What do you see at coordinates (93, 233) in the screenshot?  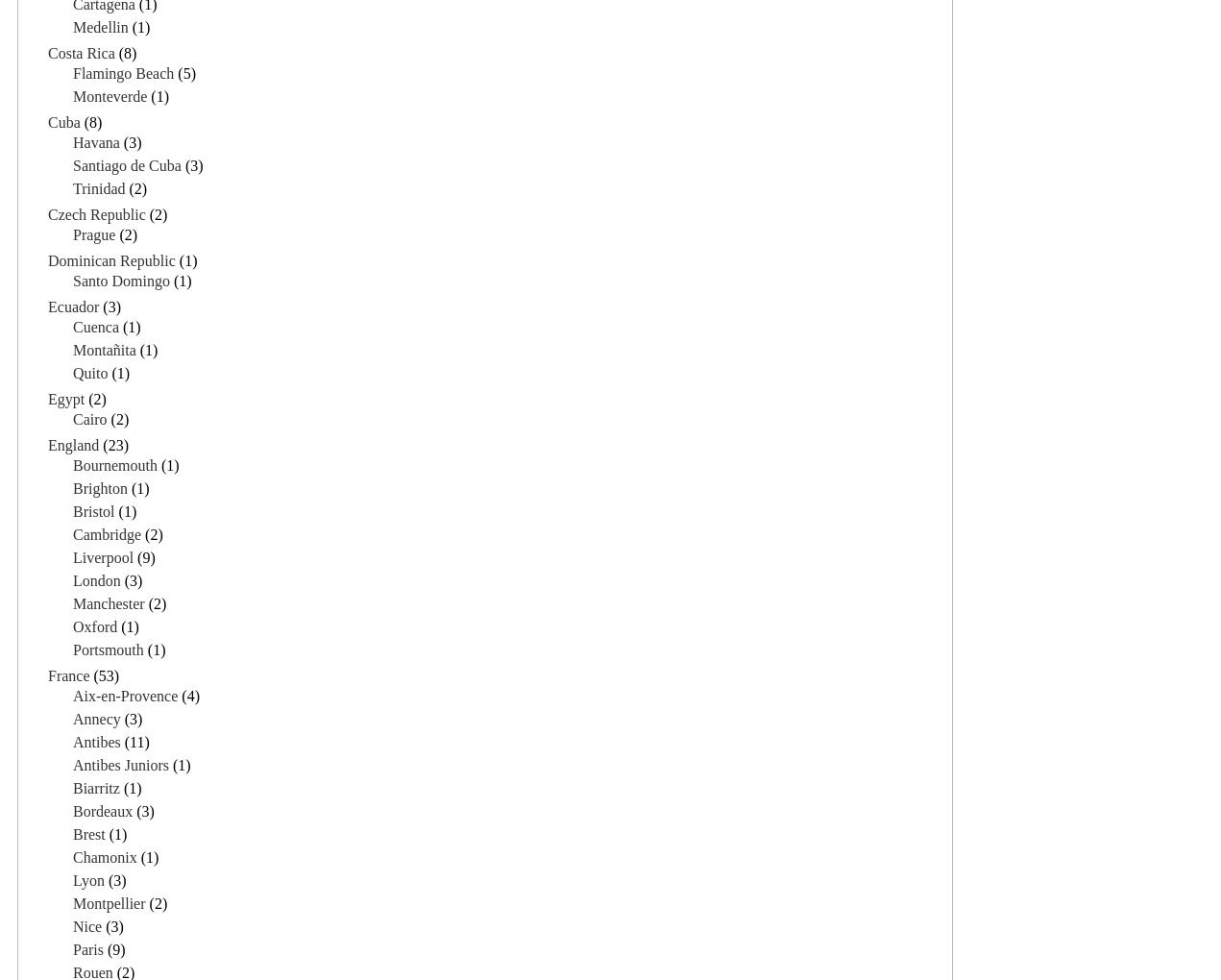 I see `'Prague'` at bounding box center [93, 233].